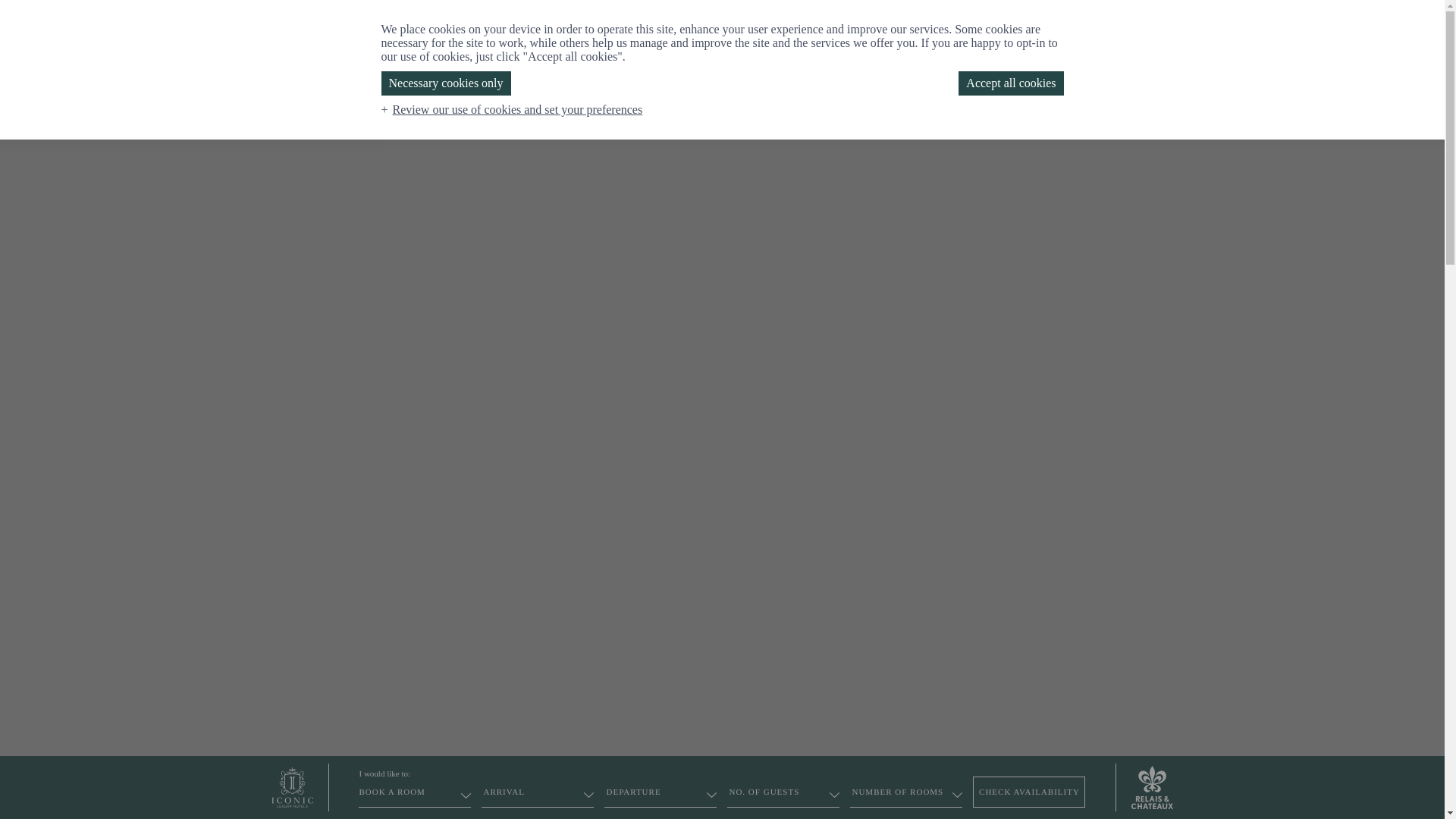  Describe the element at coordinates (415, 795) in the screenshot. I see `'BOOK A ROOM'` at that location.